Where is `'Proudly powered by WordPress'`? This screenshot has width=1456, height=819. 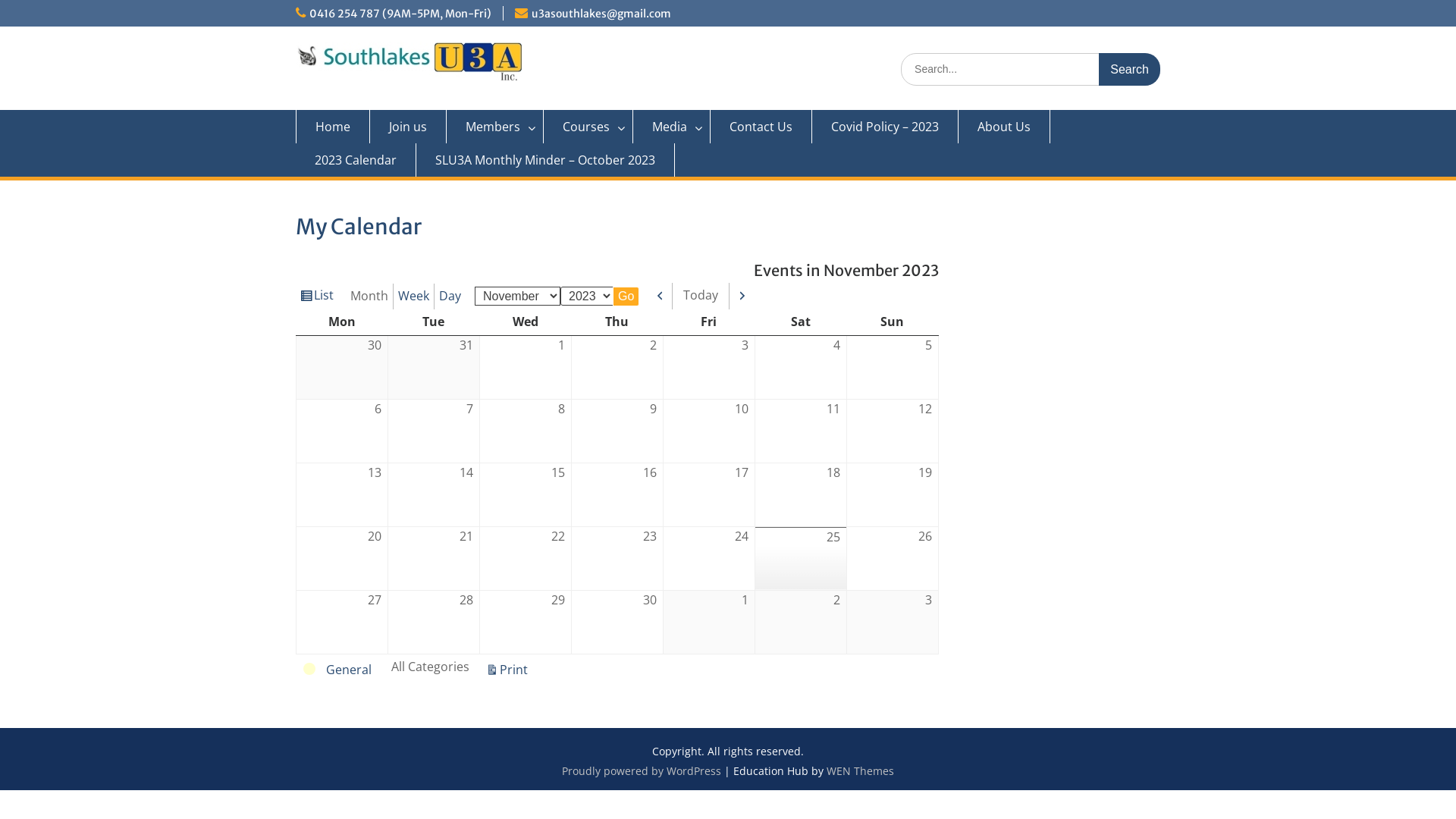
'Proudly powered by WordPress' is located at coordinates (641, 770).